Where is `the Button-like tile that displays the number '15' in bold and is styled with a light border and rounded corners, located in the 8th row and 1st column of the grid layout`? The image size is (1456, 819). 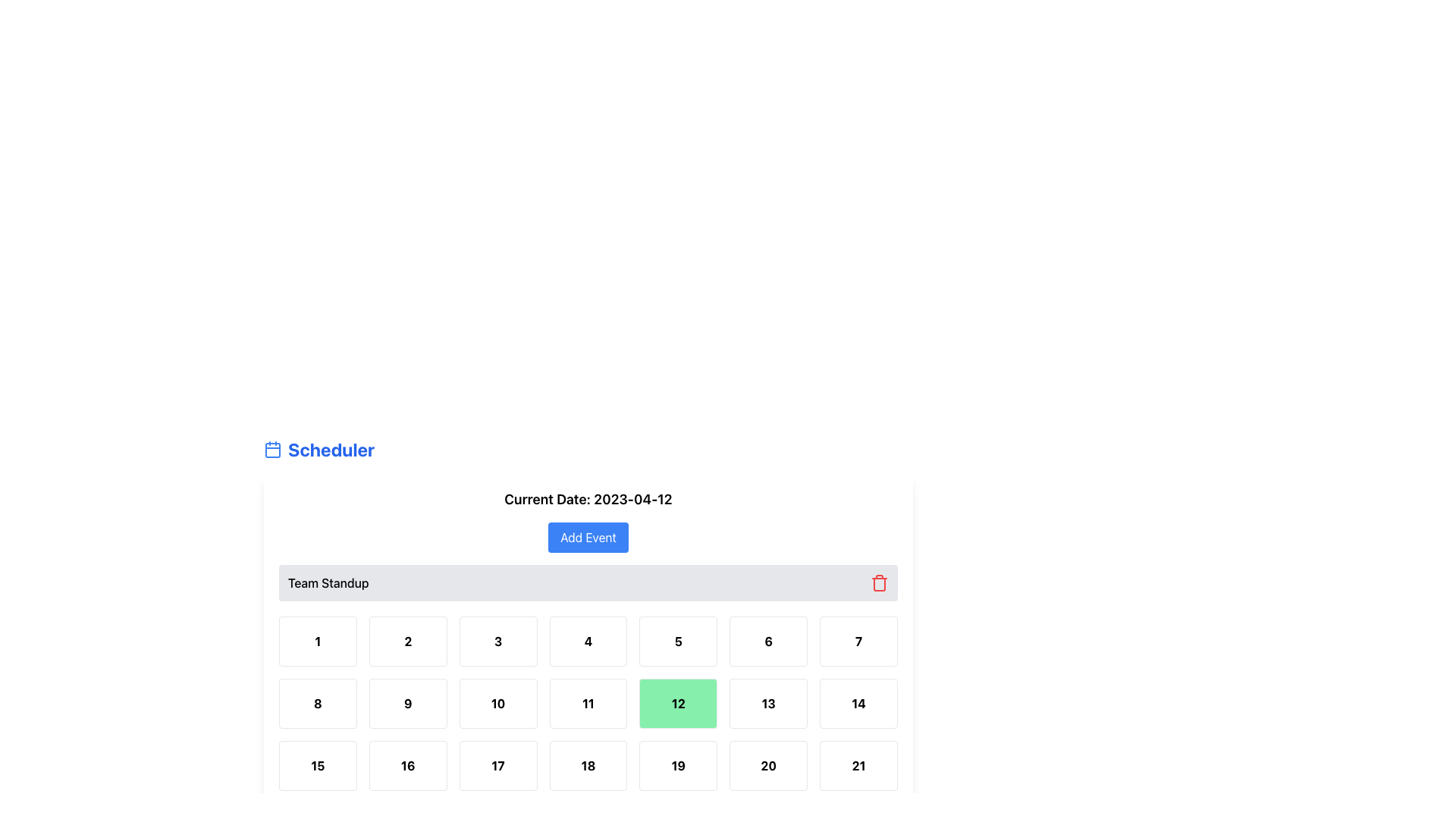 the Button-like tile that displays the number '15' in bold and is styled with a light border and rounded corners, located in the 8th row and 1st column of the grid layout is located at coordinates (317, 766).